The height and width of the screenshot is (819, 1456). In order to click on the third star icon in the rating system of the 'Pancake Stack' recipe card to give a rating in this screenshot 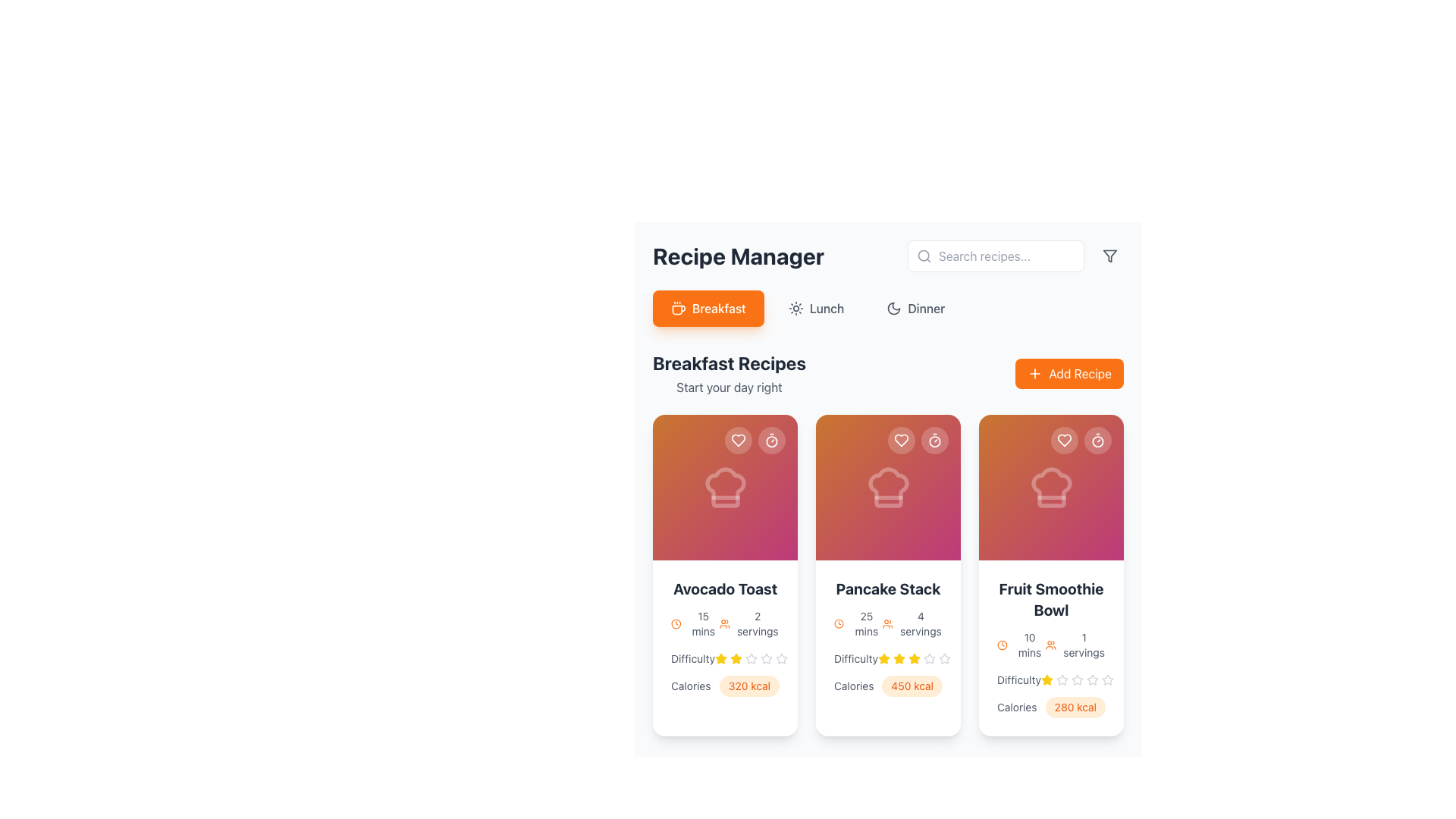, I will do `click(928, 657)`.